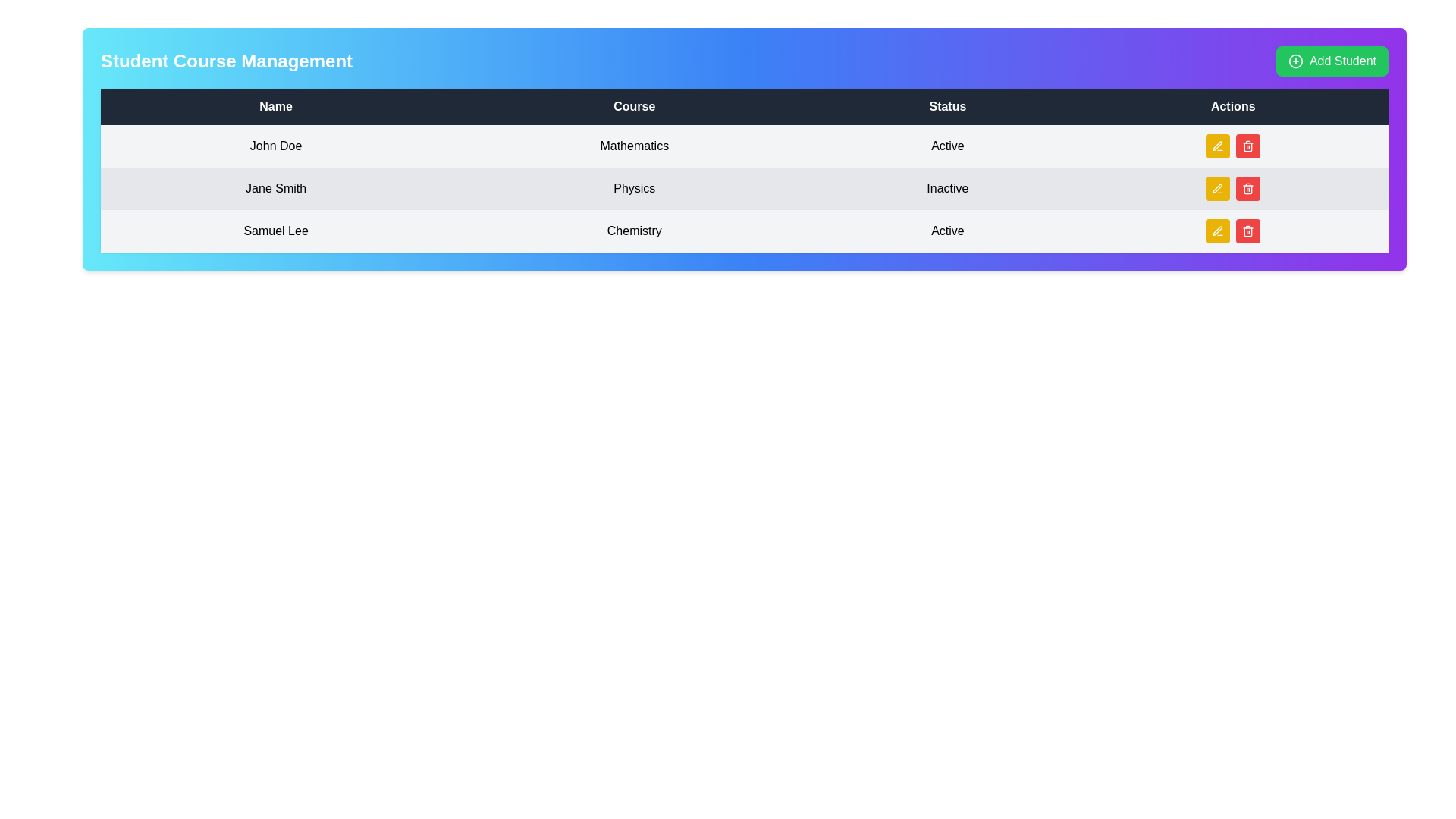 The width and height of the screenshot is (1456, 819). What do you see at coordinates (946, 231) in the screenshot?
I see `the 'Active' text label located in the 'Status' column under the row for 'Samuel Lee' in the table` at bounding box center [946, 231].